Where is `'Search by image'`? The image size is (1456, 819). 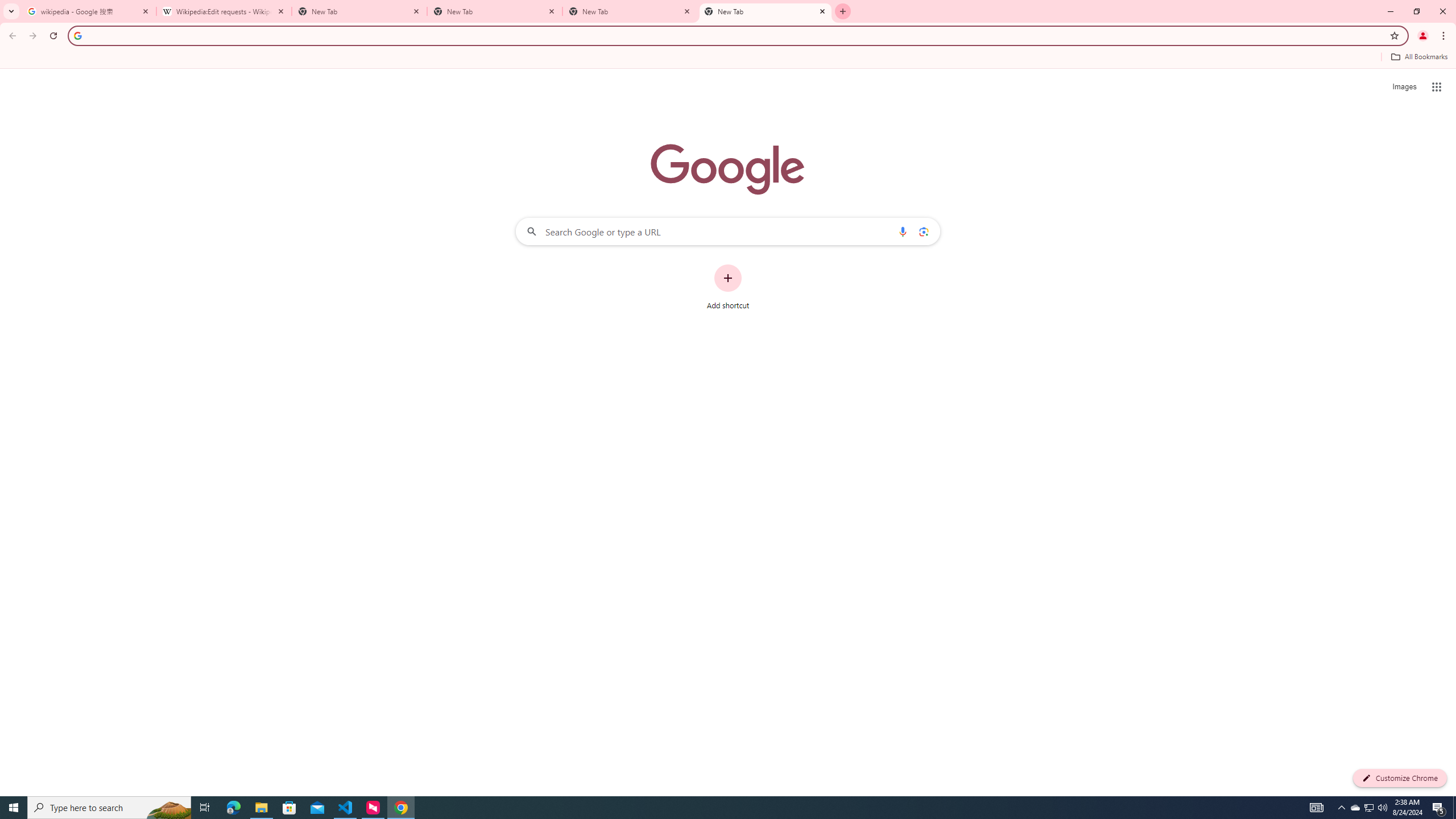 'Search by image' is located at coordinates (923, 230).